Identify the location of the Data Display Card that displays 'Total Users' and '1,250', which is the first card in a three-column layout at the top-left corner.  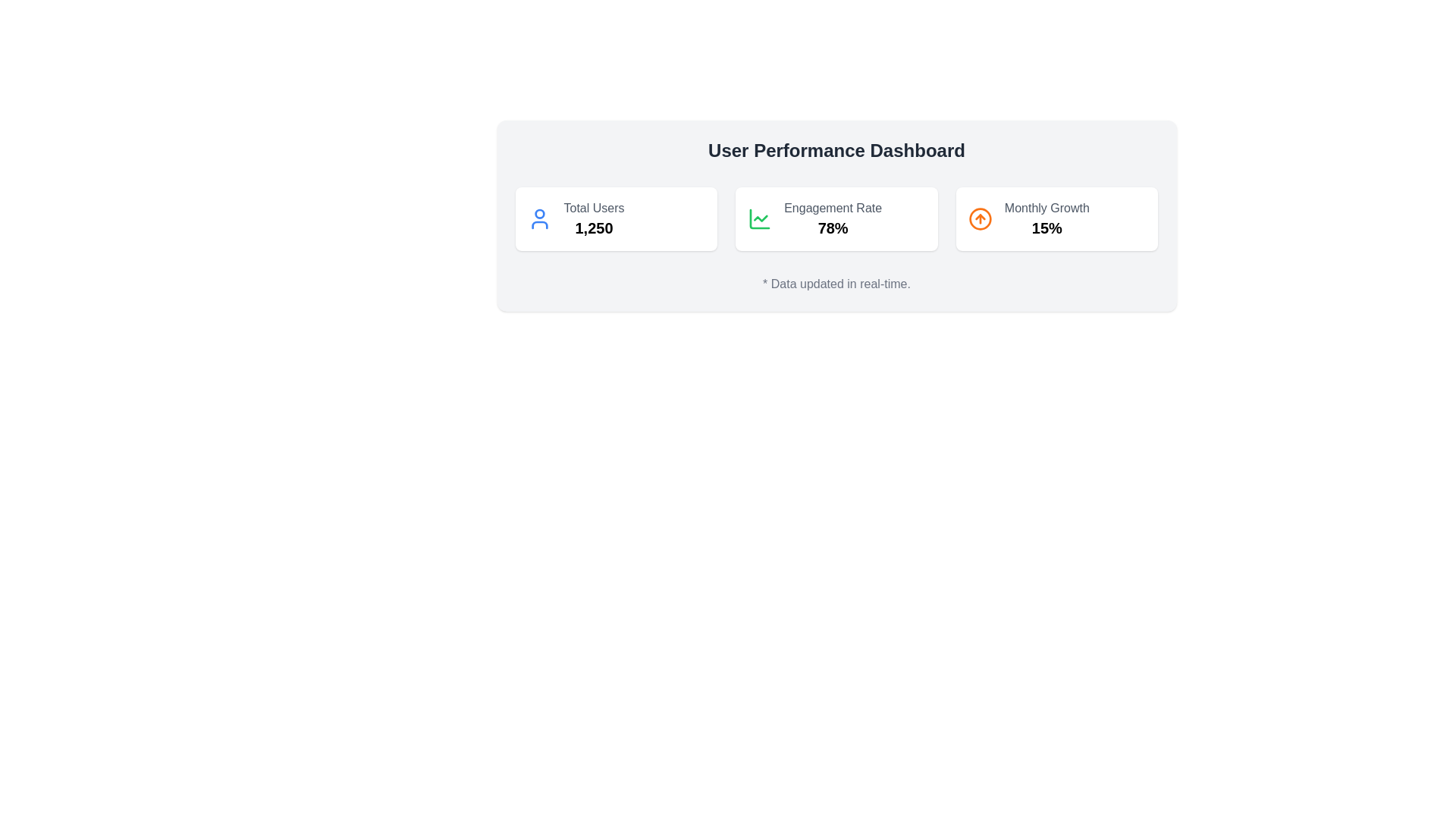
(616, 219).